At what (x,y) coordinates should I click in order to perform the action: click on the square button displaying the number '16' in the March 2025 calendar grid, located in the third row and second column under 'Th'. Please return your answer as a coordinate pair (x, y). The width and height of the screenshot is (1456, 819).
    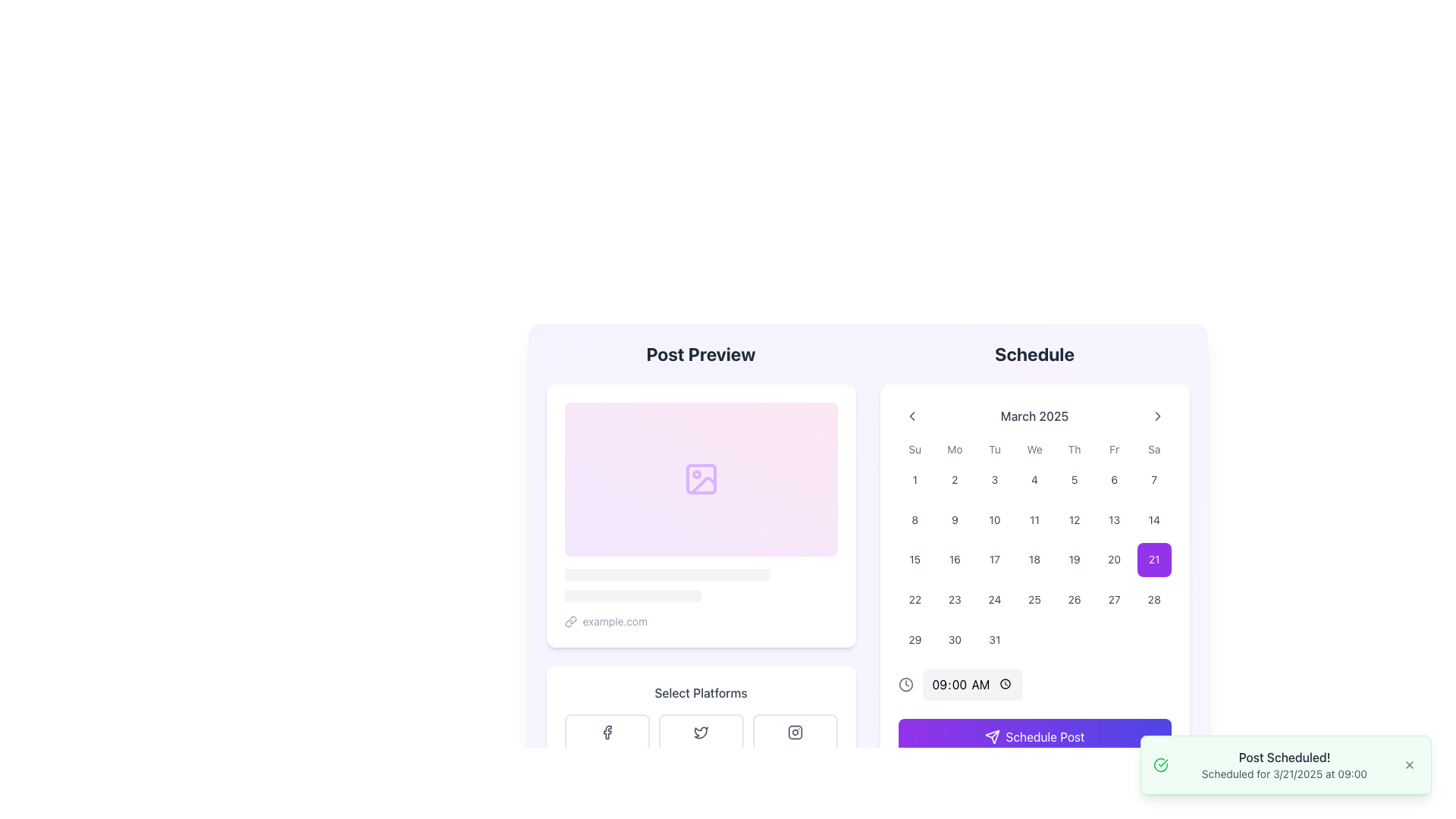
    Looking at the image, I should click on (954, 560).